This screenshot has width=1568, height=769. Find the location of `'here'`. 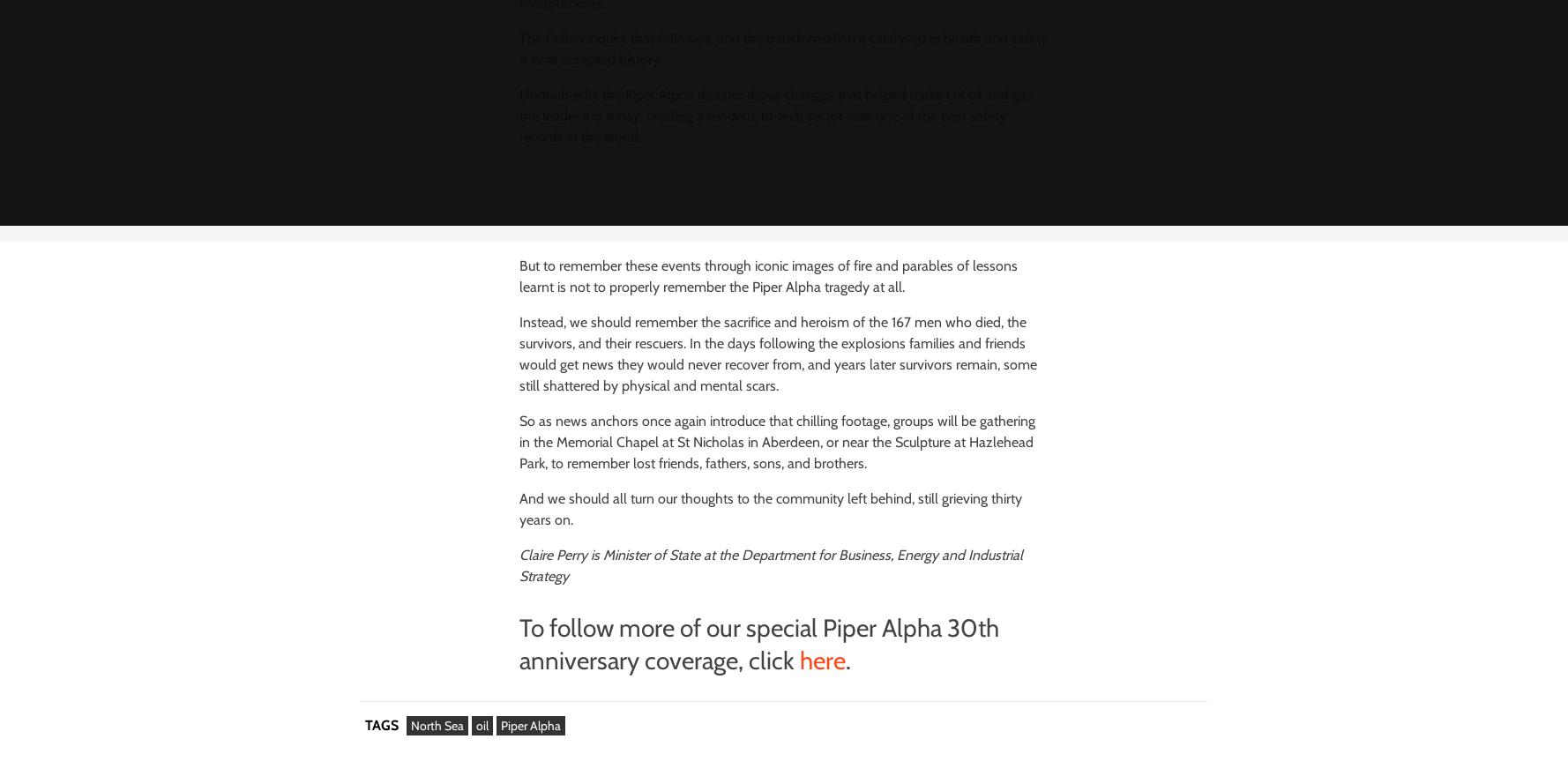

'here' is located at coordinates (799, 659).